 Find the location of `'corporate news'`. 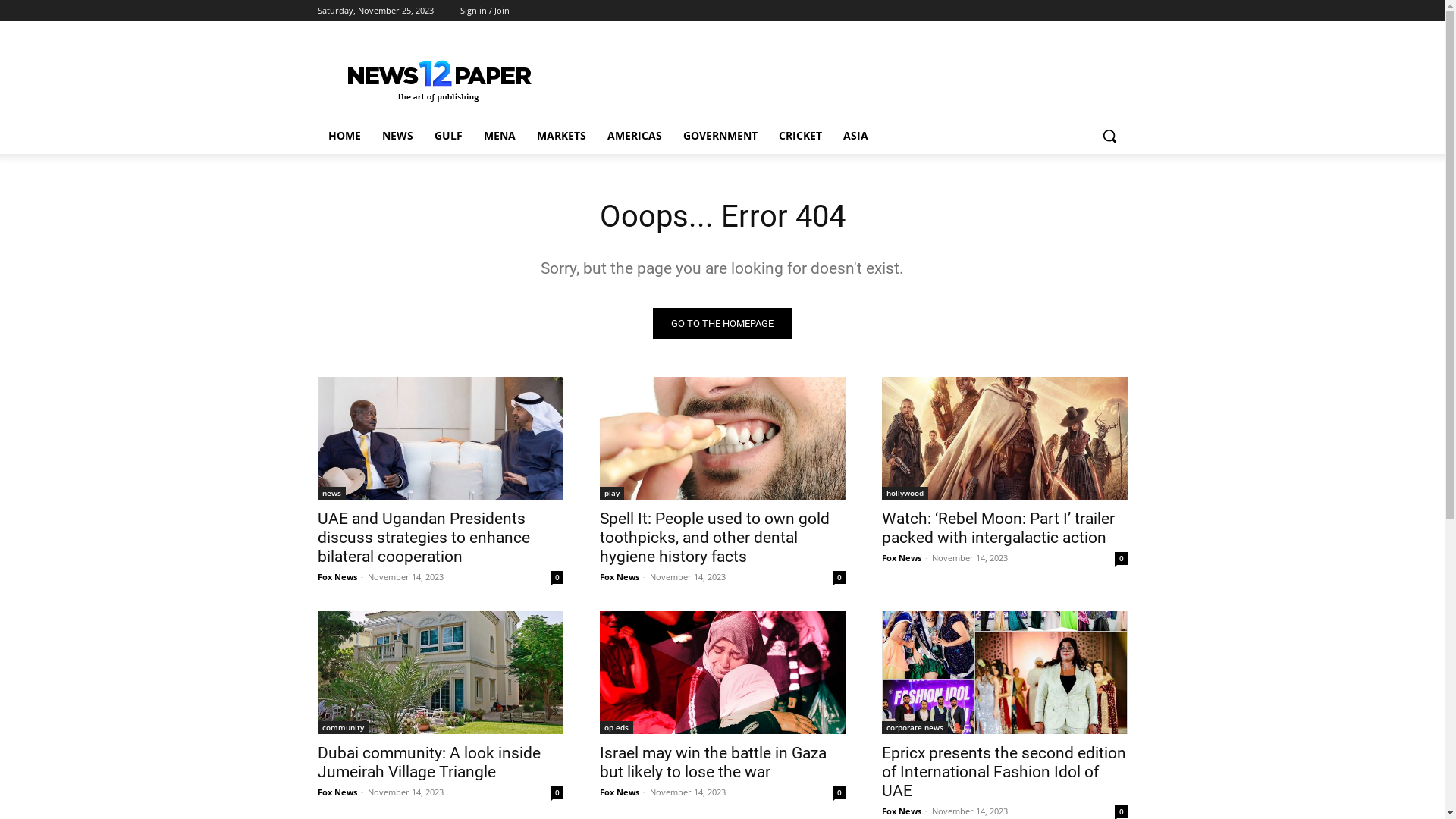

'corporate news' is located at coordinates (880, 726).